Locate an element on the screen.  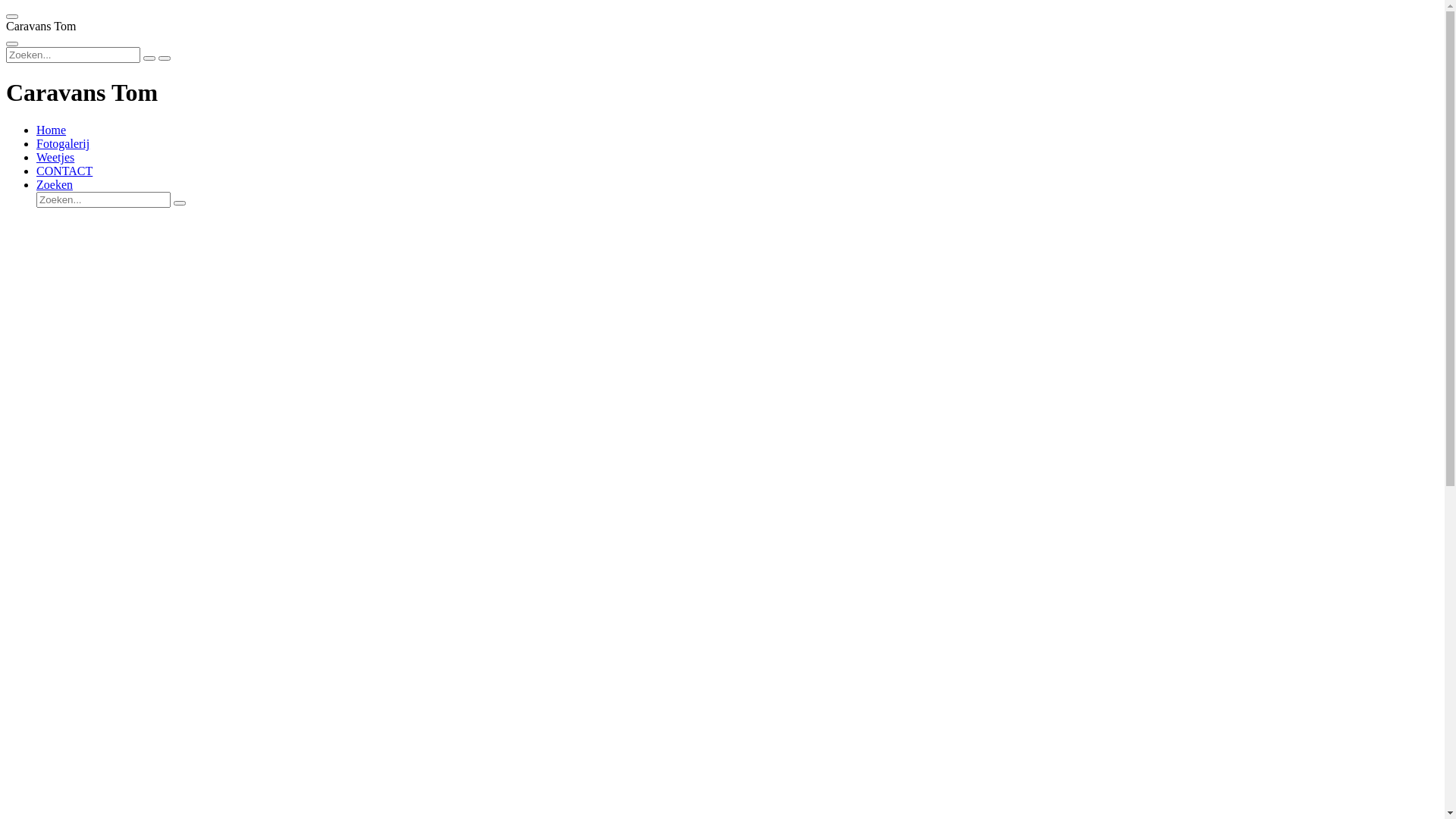
'Zoeken' is located at coordinates (55, 184).